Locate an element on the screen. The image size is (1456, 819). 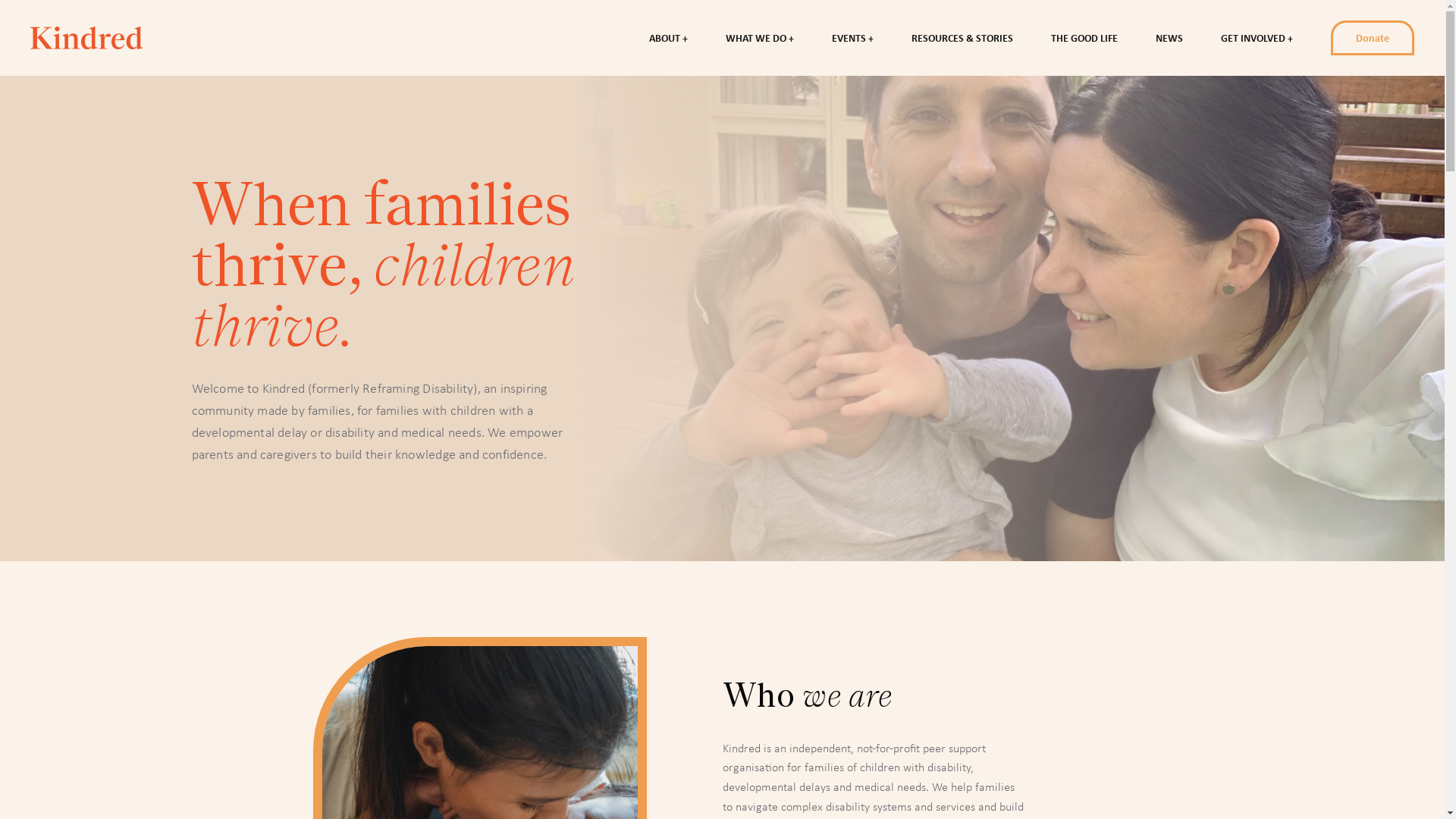
'NEWS' is located at coordinates (1168, 37).